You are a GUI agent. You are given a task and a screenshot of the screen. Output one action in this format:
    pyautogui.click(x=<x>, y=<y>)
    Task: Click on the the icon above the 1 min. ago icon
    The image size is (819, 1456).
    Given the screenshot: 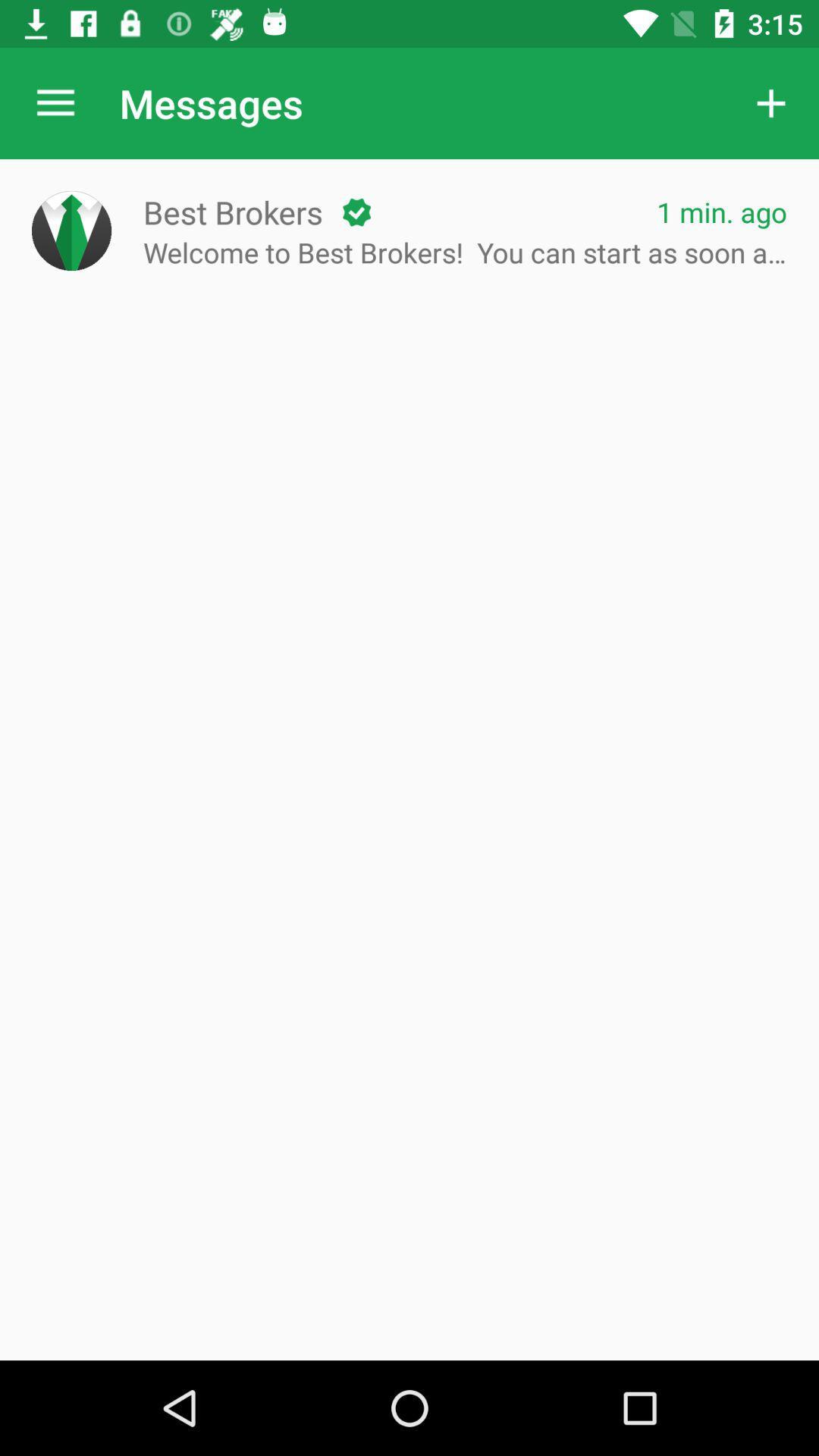 What is the action you would take?
    pyautogui.click(x=771, y=102)
    